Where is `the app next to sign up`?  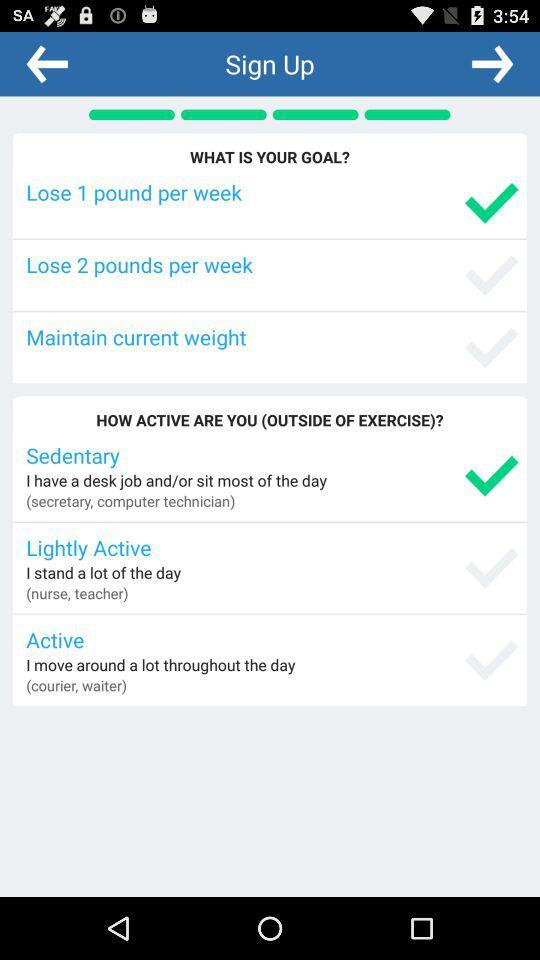 the app next to sign up is located at coordinates (47, 63).